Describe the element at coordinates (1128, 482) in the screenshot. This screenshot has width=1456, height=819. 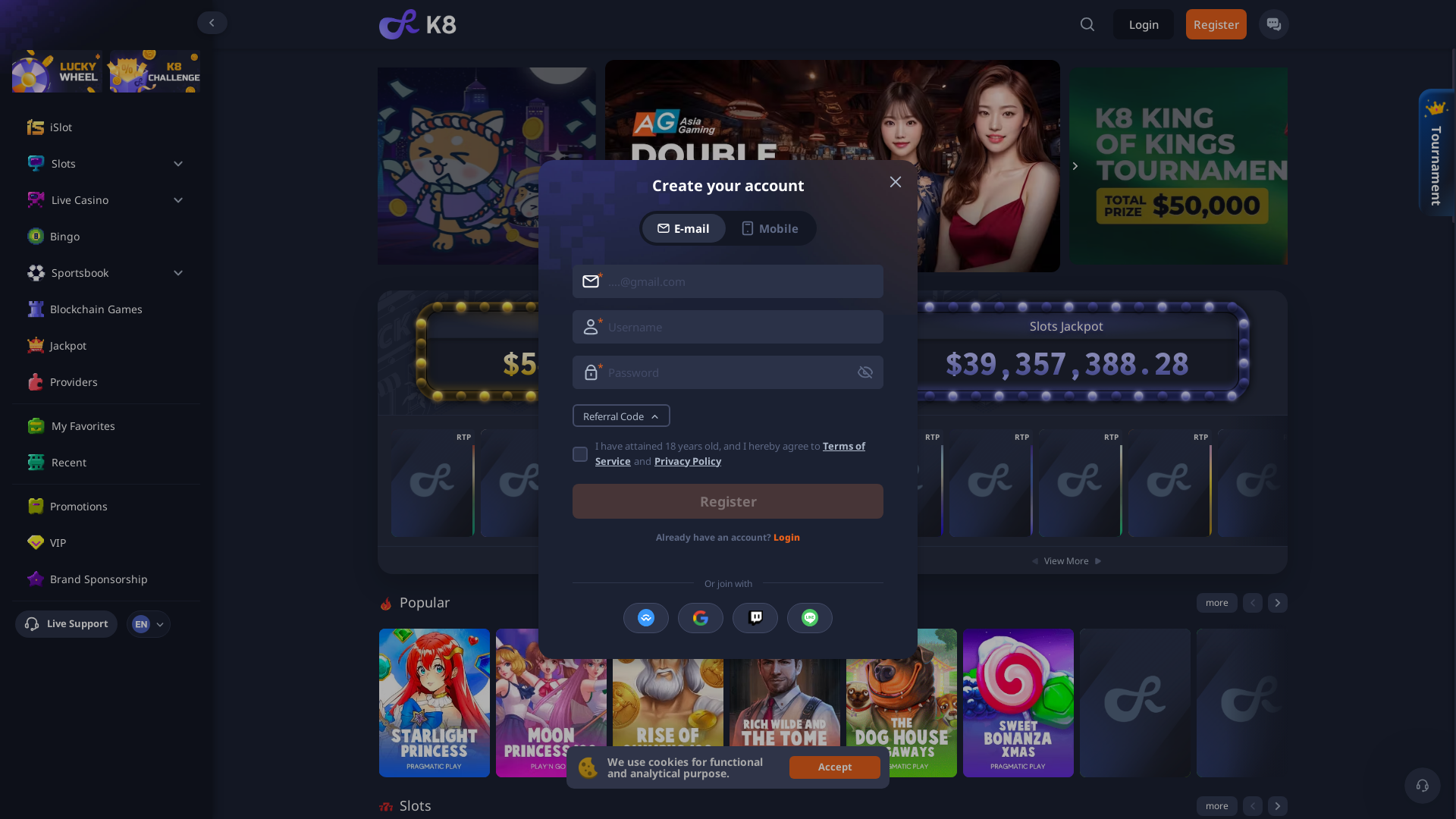
I see `'African Spirit Sticky Wilds'` at that location.